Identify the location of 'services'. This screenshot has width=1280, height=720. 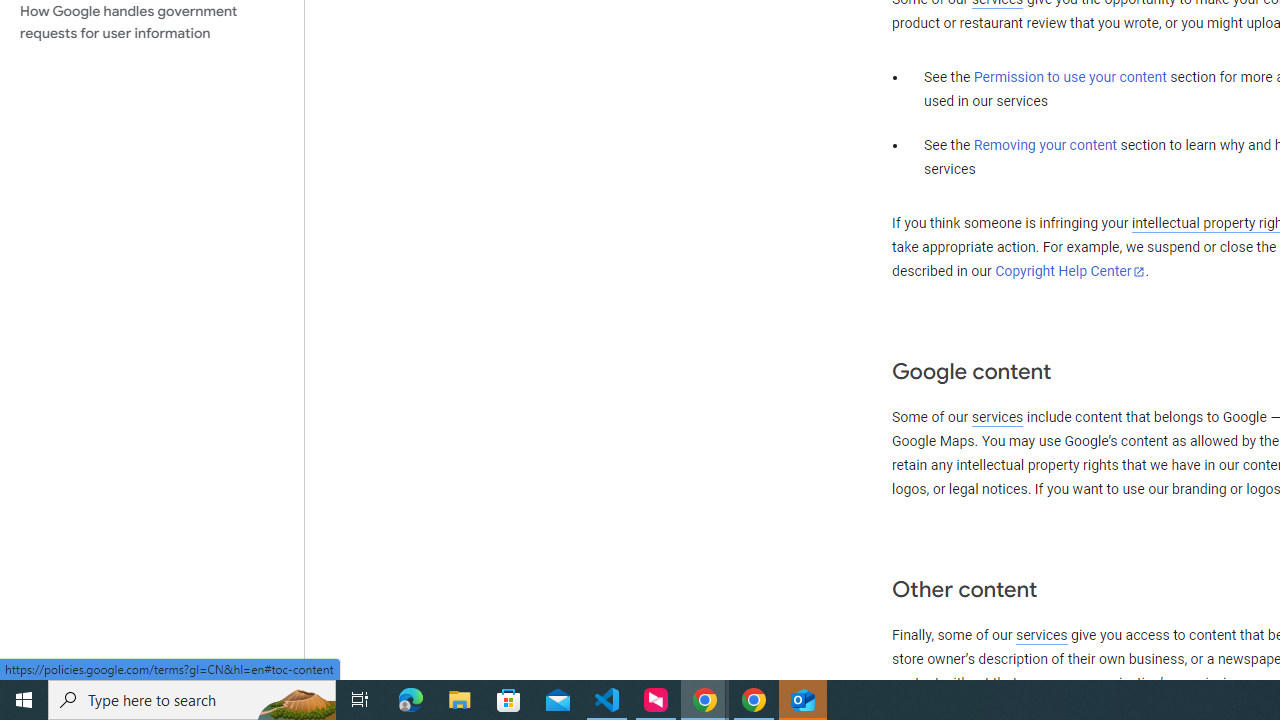
(1040, 635).